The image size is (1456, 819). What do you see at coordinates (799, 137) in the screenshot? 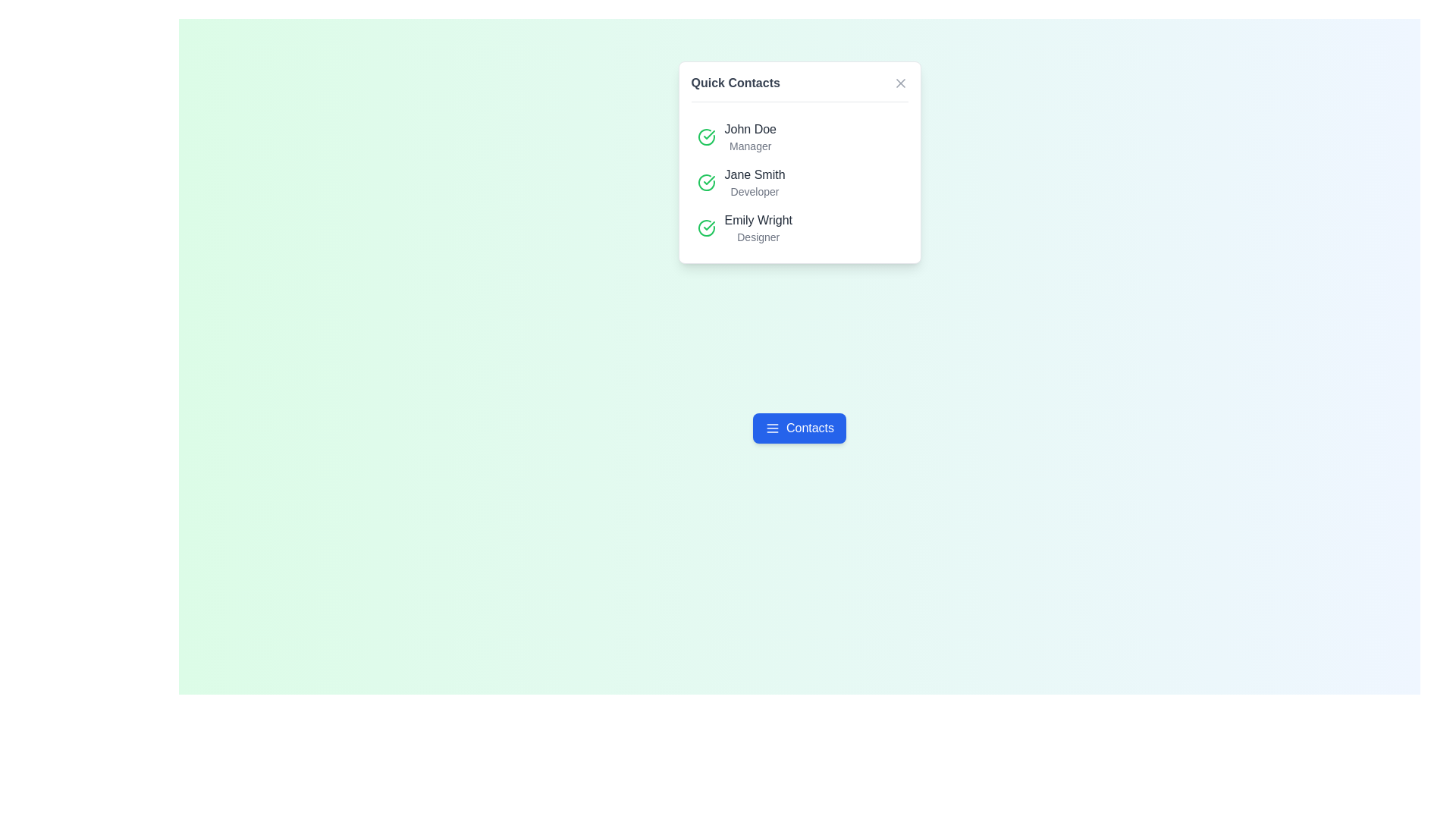
I see `the first list item displaying contact information for 'John Doe', who is the 'Manager', within the 'Quick Contacts' pop-up card` at bounding box center [799, 137].